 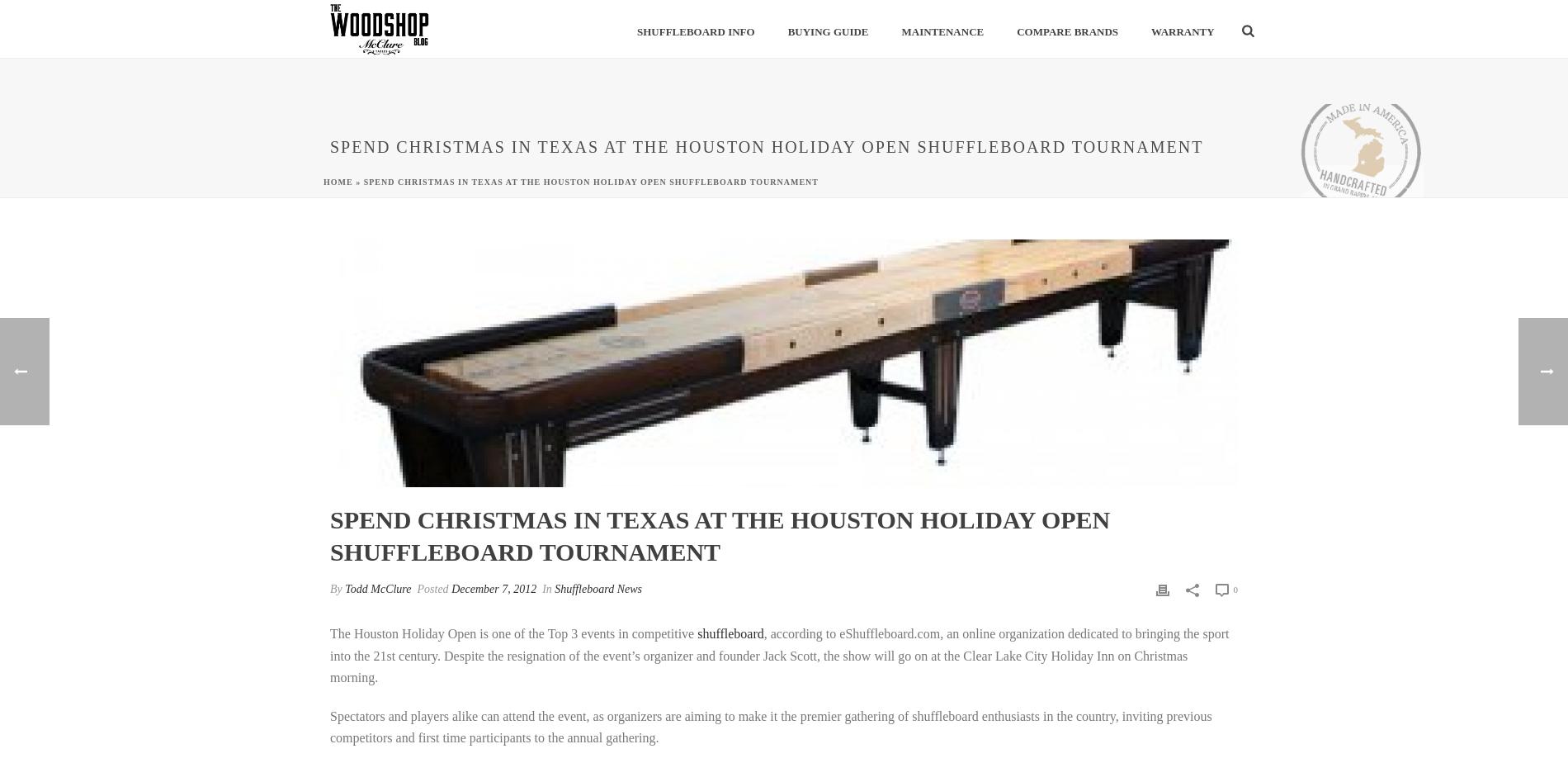 I want to click on 'The Houston Holiday Open is one of the Top 3 events in competitive', so click(x=513, y=633).